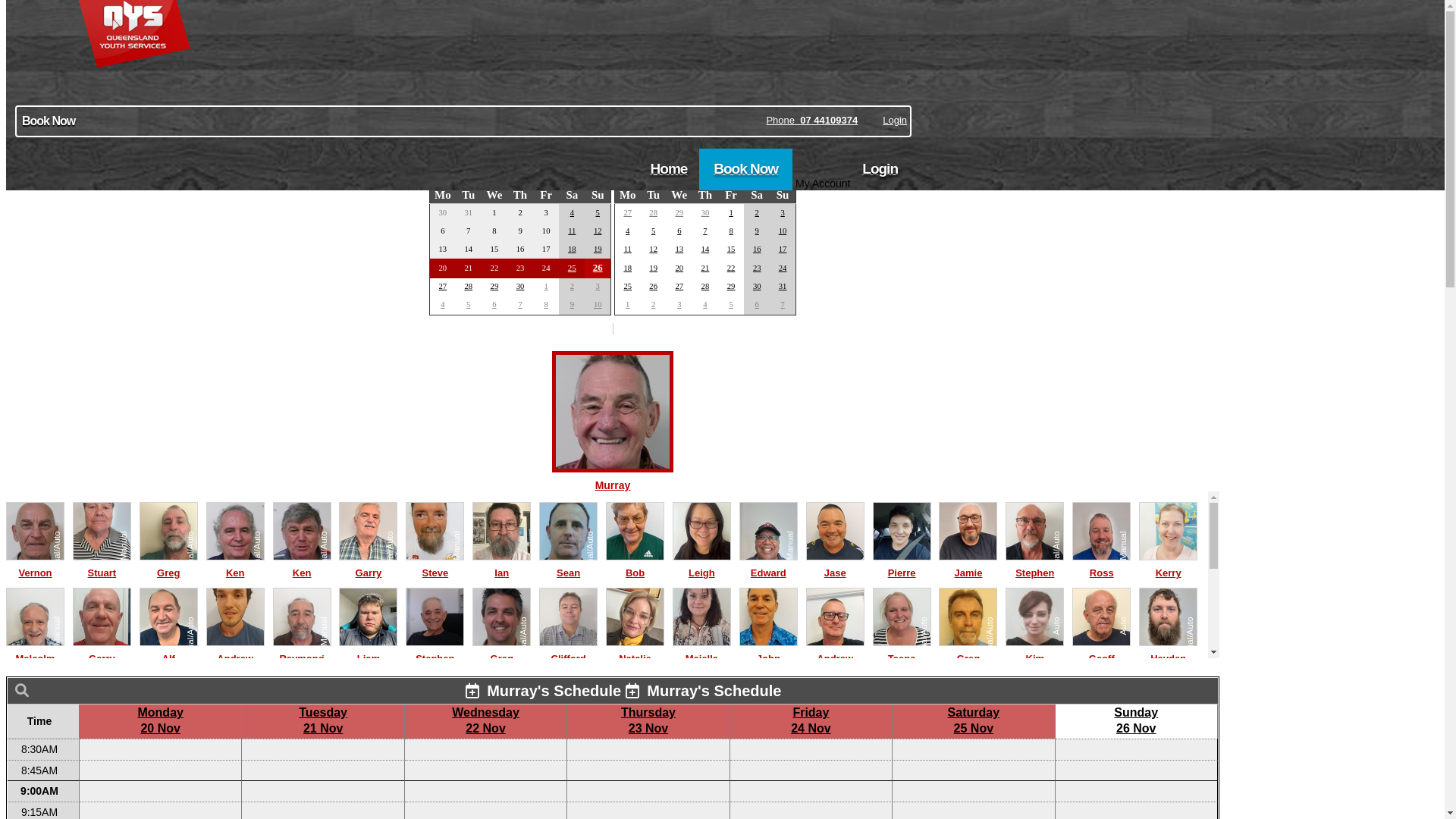 Image resolution: width=1456 pixels, height=819 pixels. Describe the element at coordinates (757, 286) in the screenshot. I see `'30'` at that location.